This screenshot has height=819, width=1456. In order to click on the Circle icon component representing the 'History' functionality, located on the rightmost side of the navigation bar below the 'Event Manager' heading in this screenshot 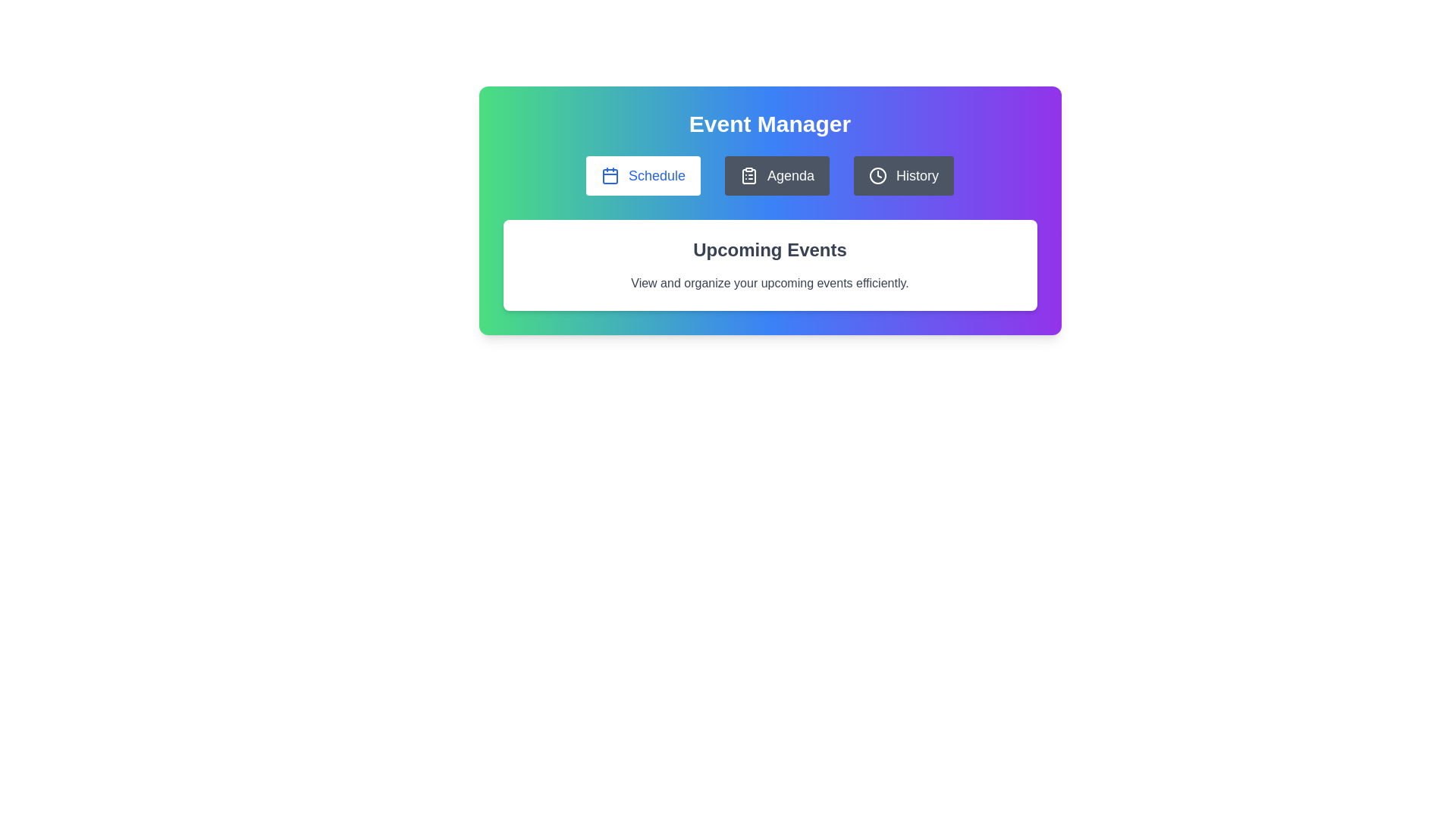, I will do `click(878, 174)`.